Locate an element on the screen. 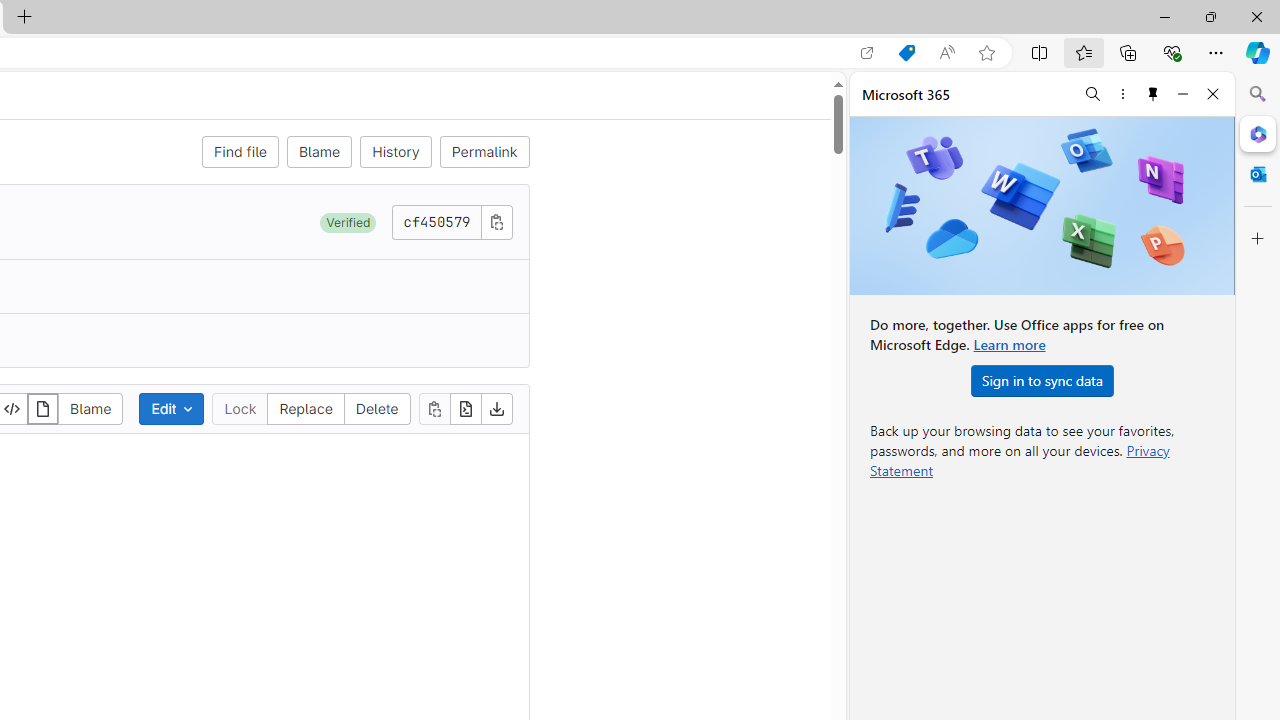 Image resolution: width=1280 pixels, height=720 pixels. 'Verified' is located at coordinates (348, 222).